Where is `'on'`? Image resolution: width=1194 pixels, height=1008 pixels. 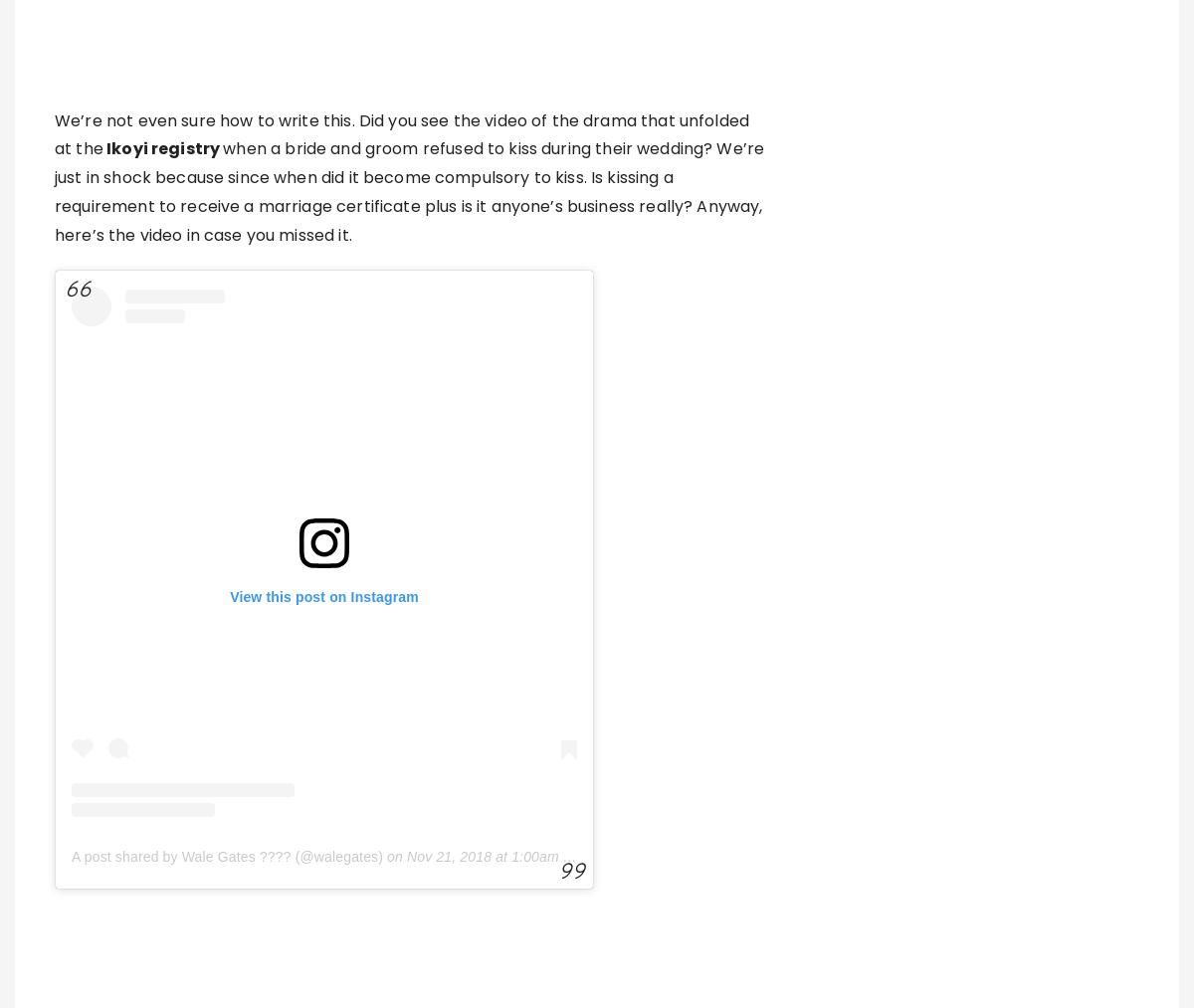
'on' is located at coordinates (394, 856).